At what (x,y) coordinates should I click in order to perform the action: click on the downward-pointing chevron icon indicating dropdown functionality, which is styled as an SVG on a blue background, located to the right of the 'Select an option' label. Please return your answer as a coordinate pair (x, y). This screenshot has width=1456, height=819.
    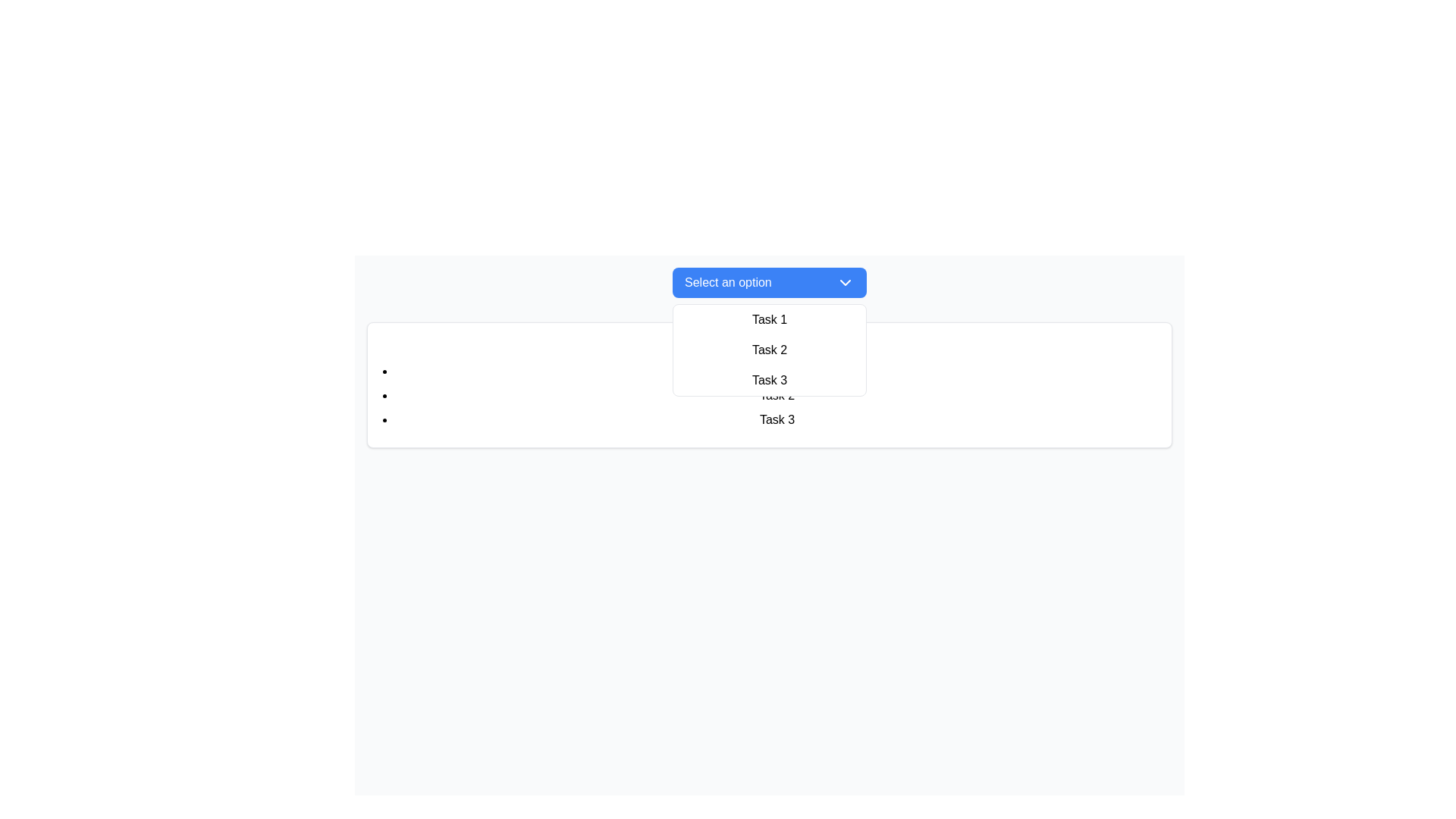
    Looking at the image, I should click on (844, 283).